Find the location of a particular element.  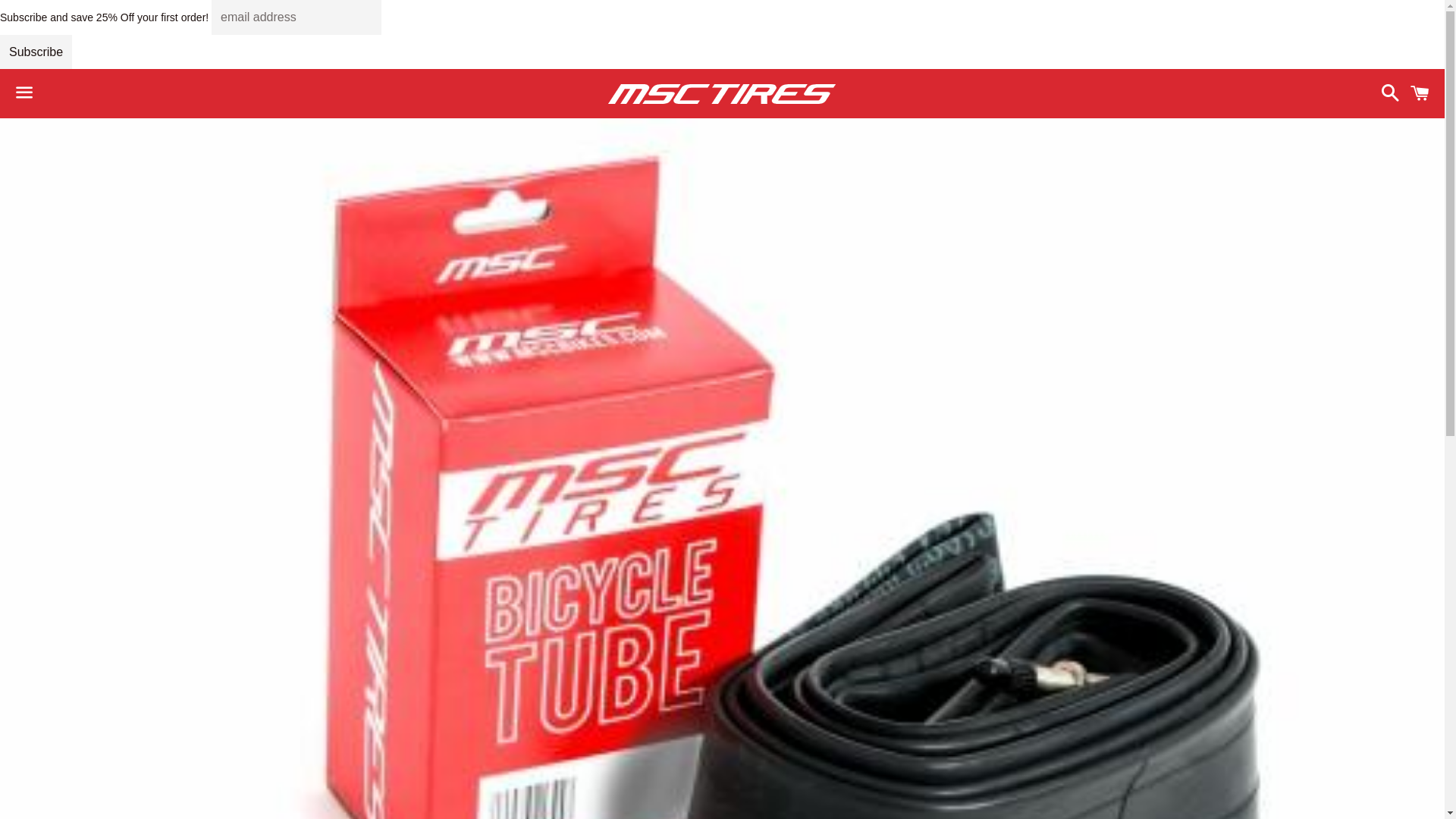

'Cart' is located at coordinates (1419, 93).